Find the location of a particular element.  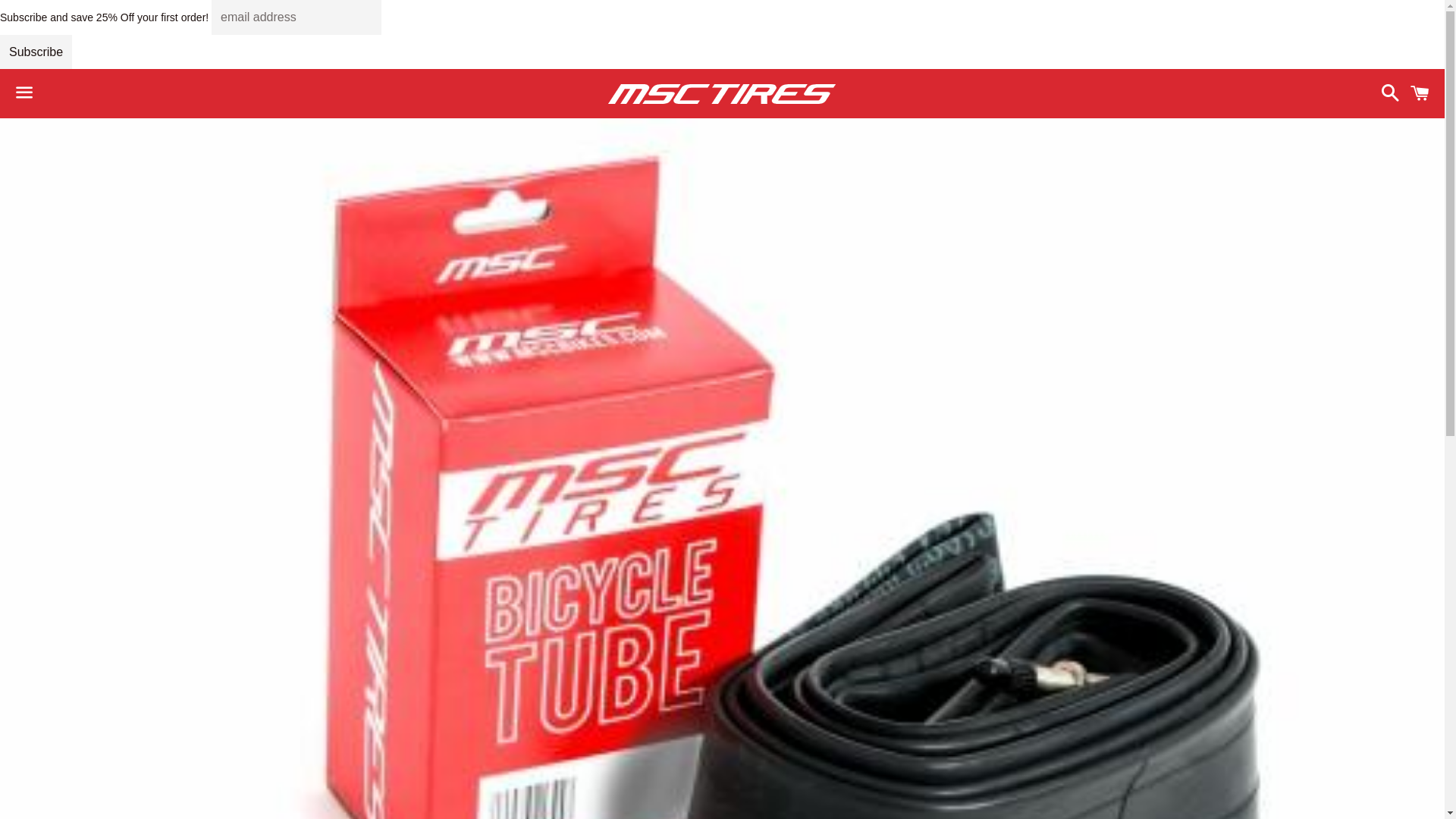

'Cart' is located at coordinates (1419, 93).